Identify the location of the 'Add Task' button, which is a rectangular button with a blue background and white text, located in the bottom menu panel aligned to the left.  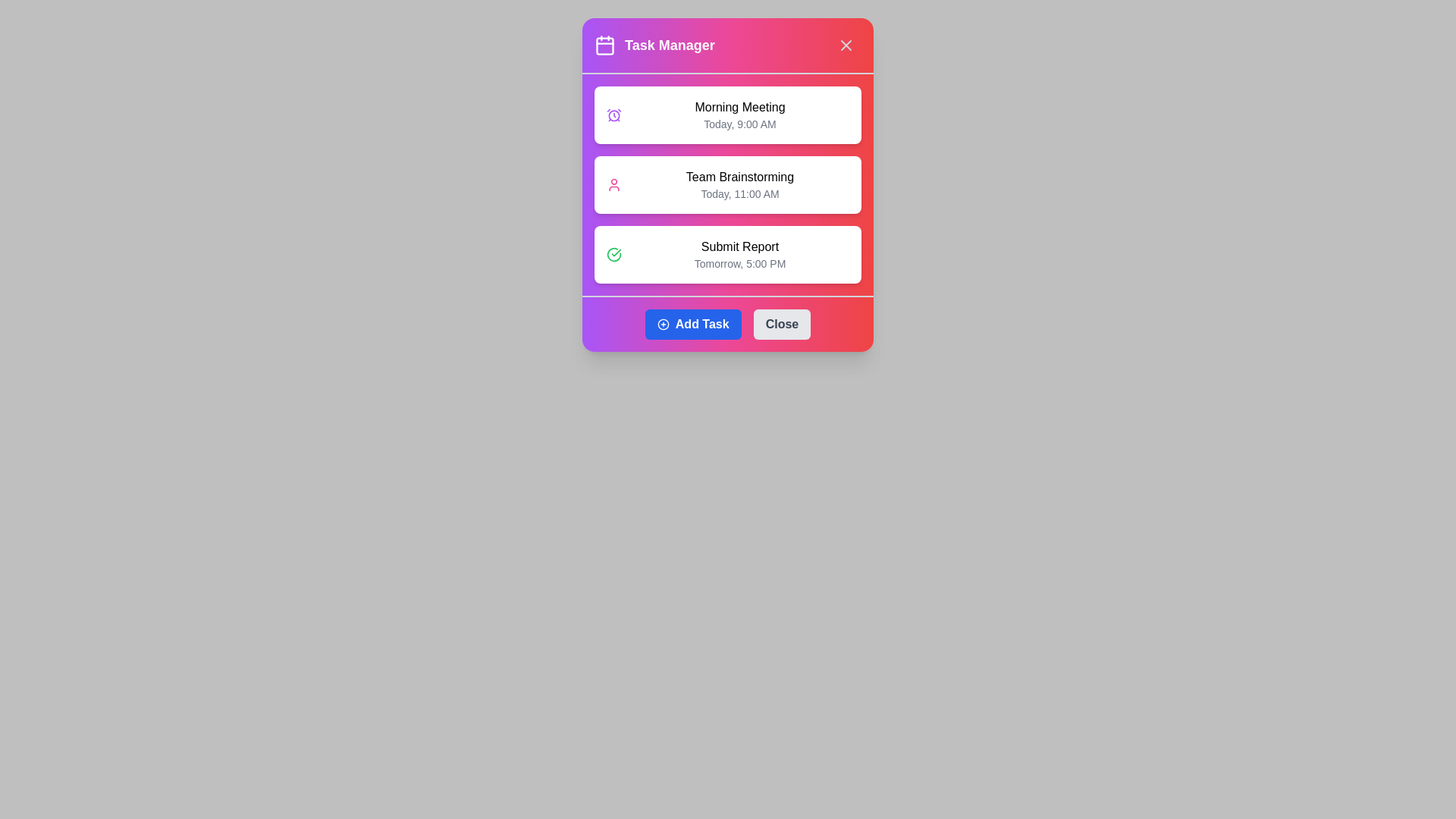
(728, 323).